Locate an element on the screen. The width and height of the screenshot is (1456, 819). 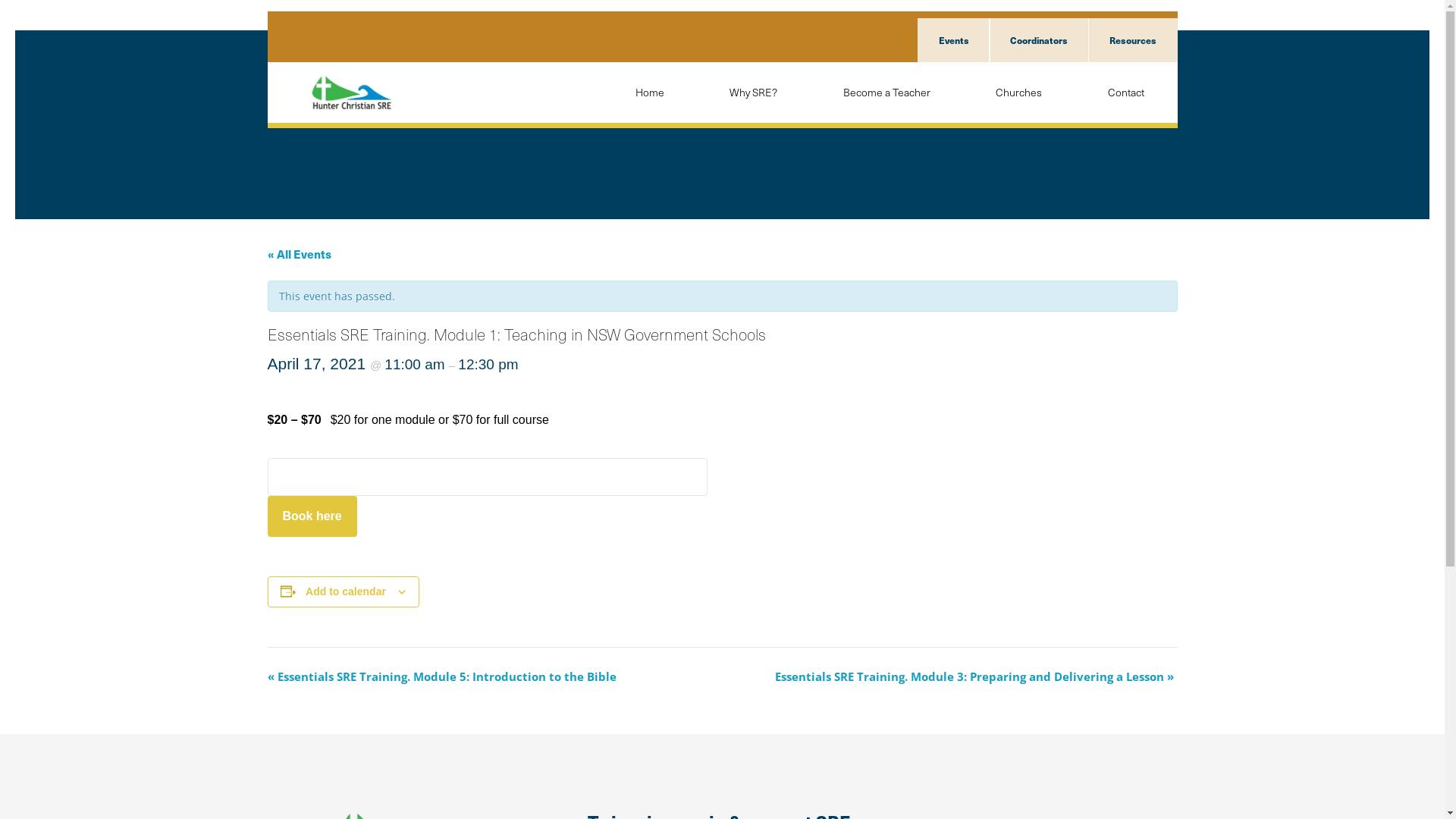
'Become a Teacher' is located at coordinates (886, 93).